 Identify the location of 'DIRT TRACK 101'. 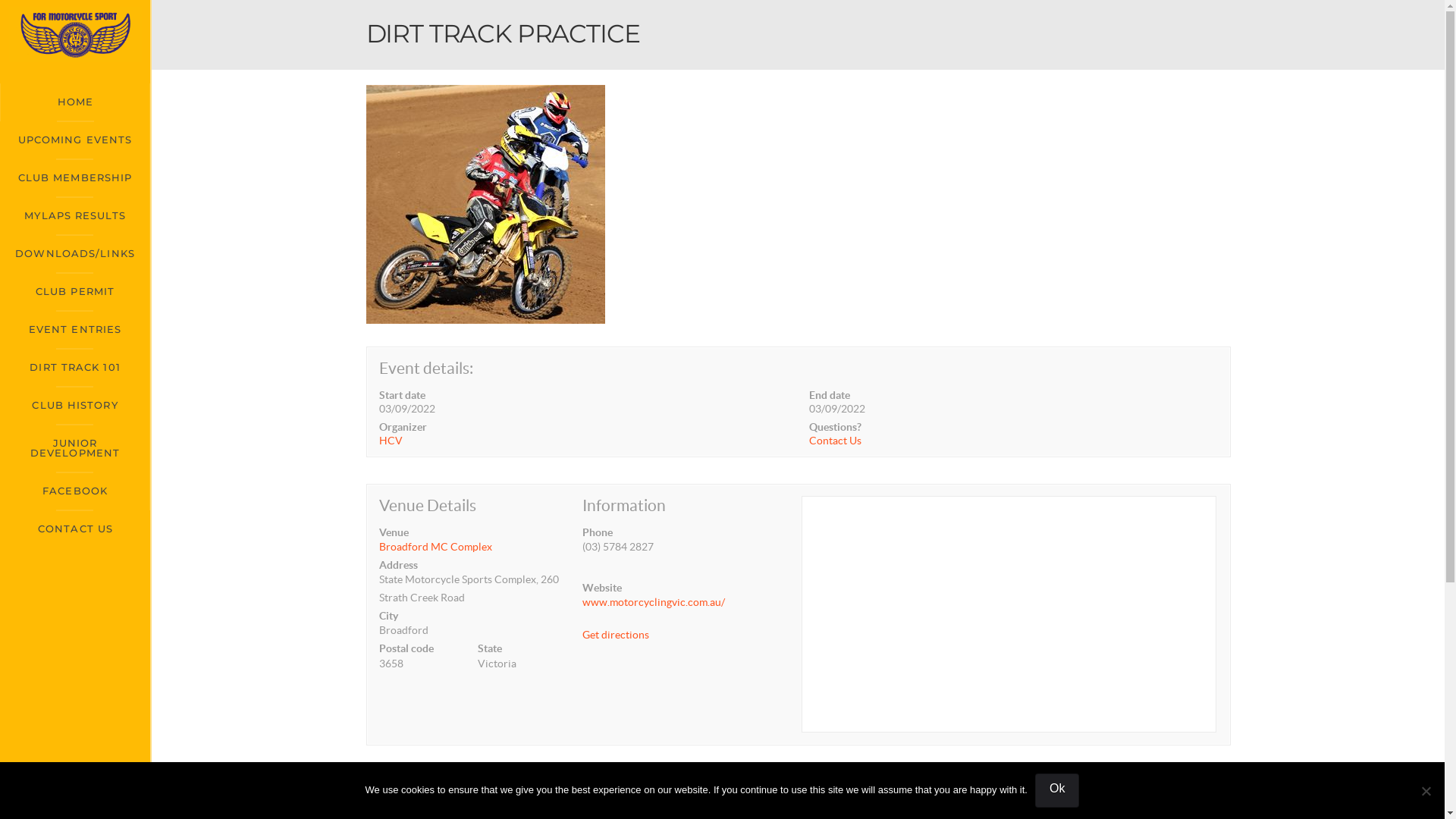
(0, 368).